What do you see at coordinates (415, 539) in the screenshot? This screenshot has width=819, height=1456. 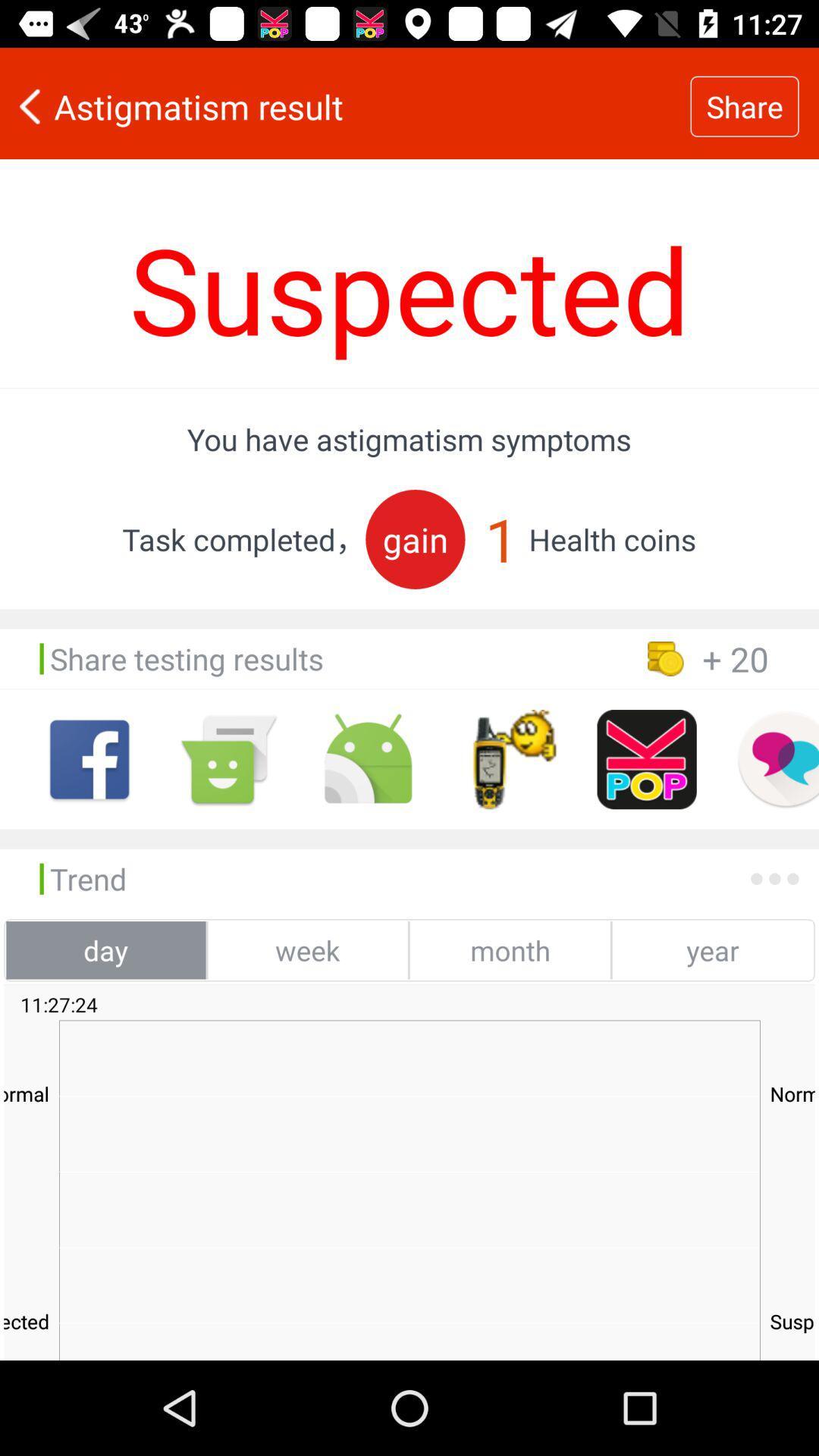 I see `gain item` at bounding box center [415, 539].